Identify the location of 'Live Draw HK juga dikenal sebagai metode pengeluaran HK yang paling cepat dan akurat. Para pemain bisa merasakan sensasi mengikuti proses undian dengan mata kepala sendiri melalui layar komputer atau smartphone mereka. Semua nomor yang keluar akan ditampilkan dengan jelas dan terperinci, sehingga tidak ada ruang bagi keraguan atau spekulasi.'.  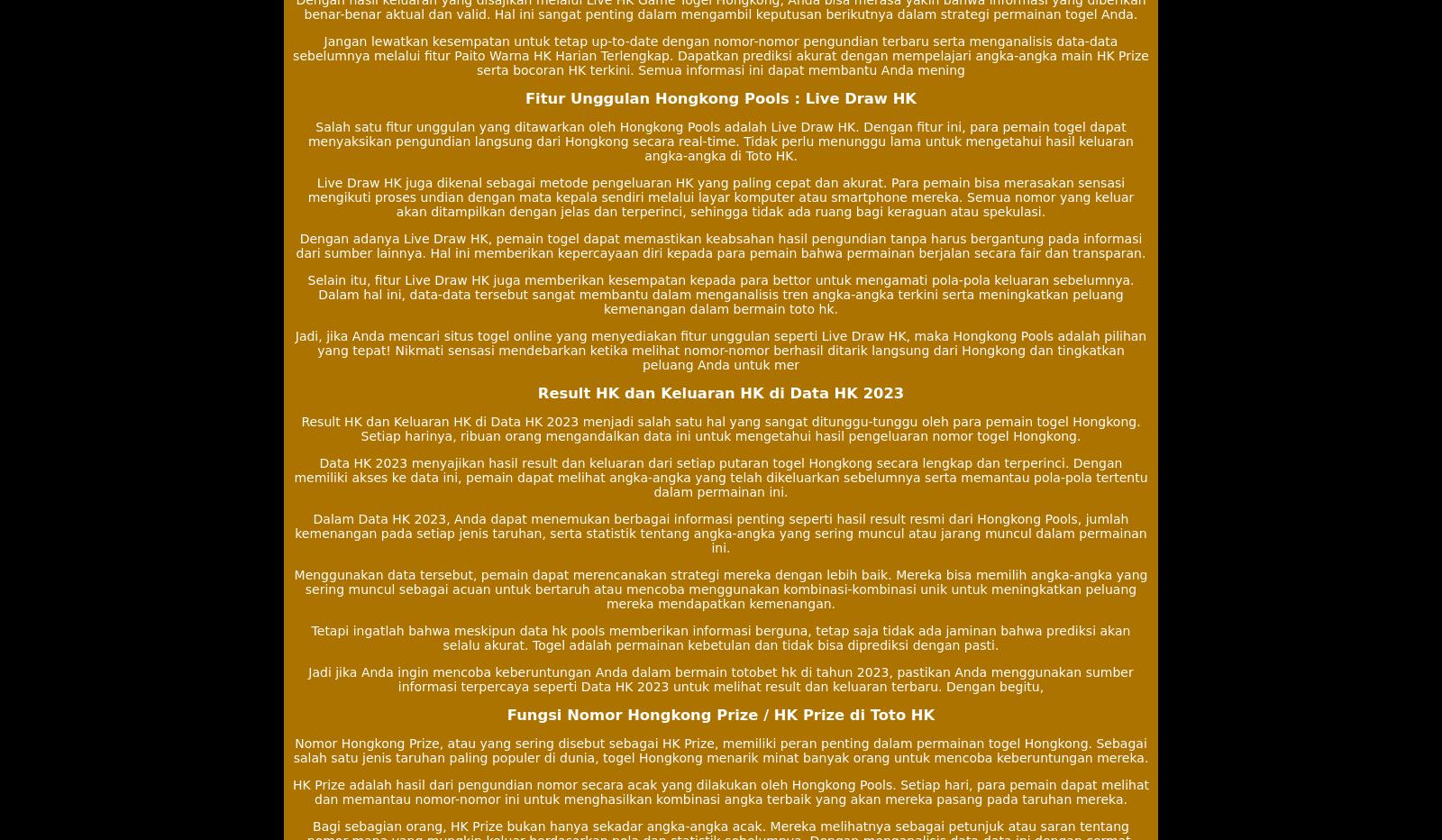
(720, 197).